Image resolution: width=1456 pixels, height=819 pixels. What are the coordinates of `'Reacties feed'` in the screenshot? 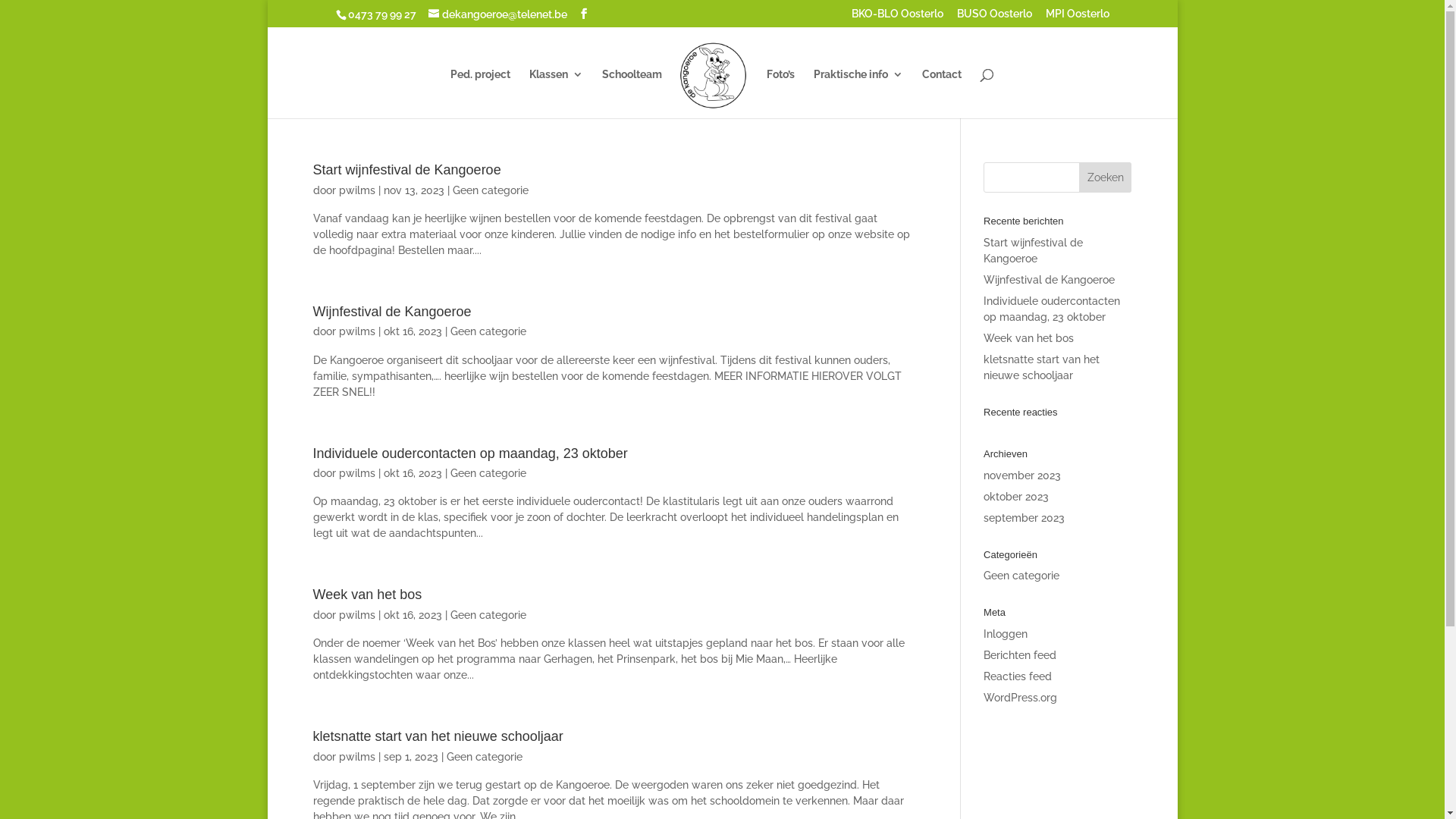 It's located at (983, 675).